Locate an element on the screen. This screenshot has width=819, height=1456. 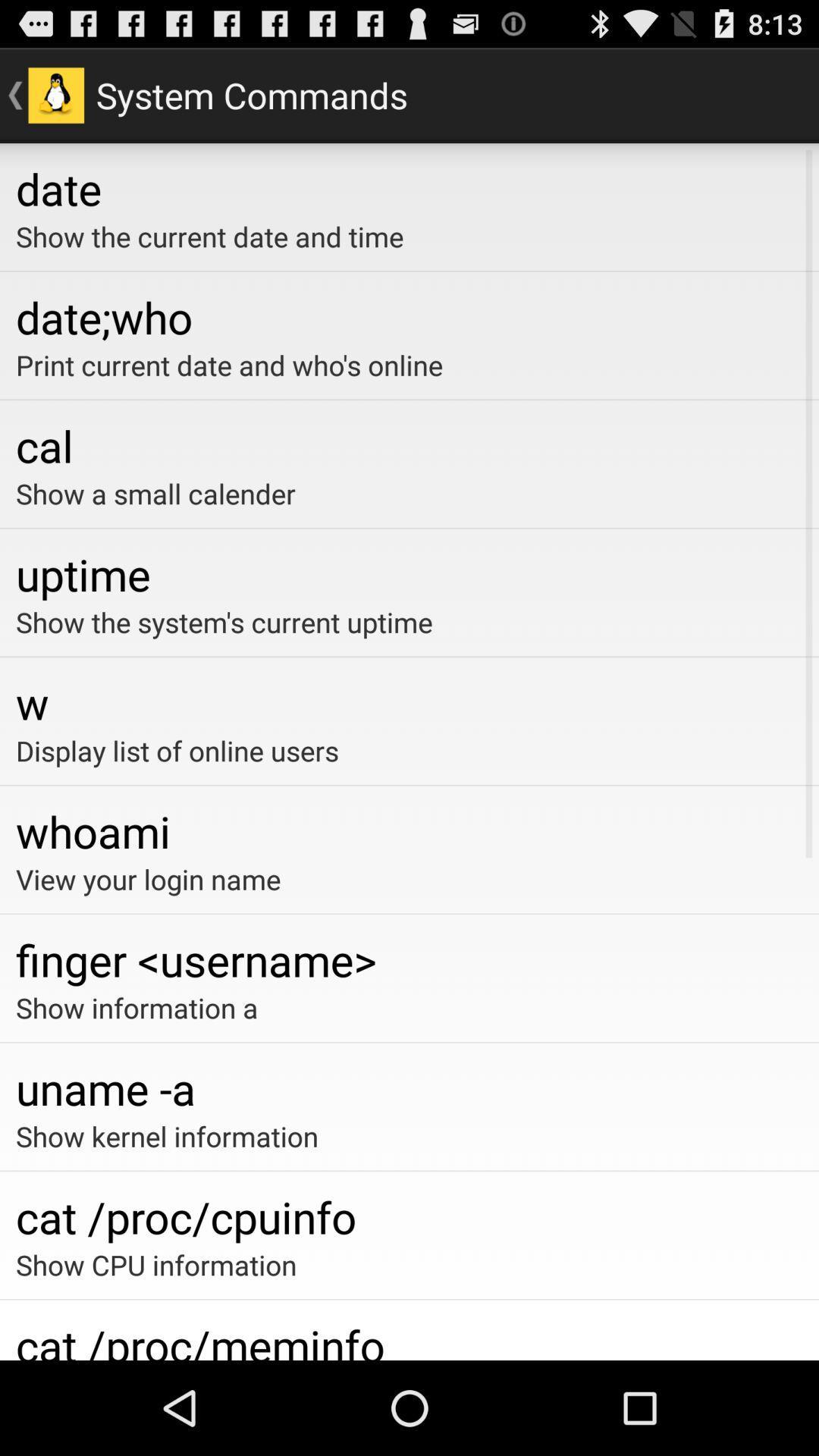
the app above finger <username> app is located at coordinates (409, 879).